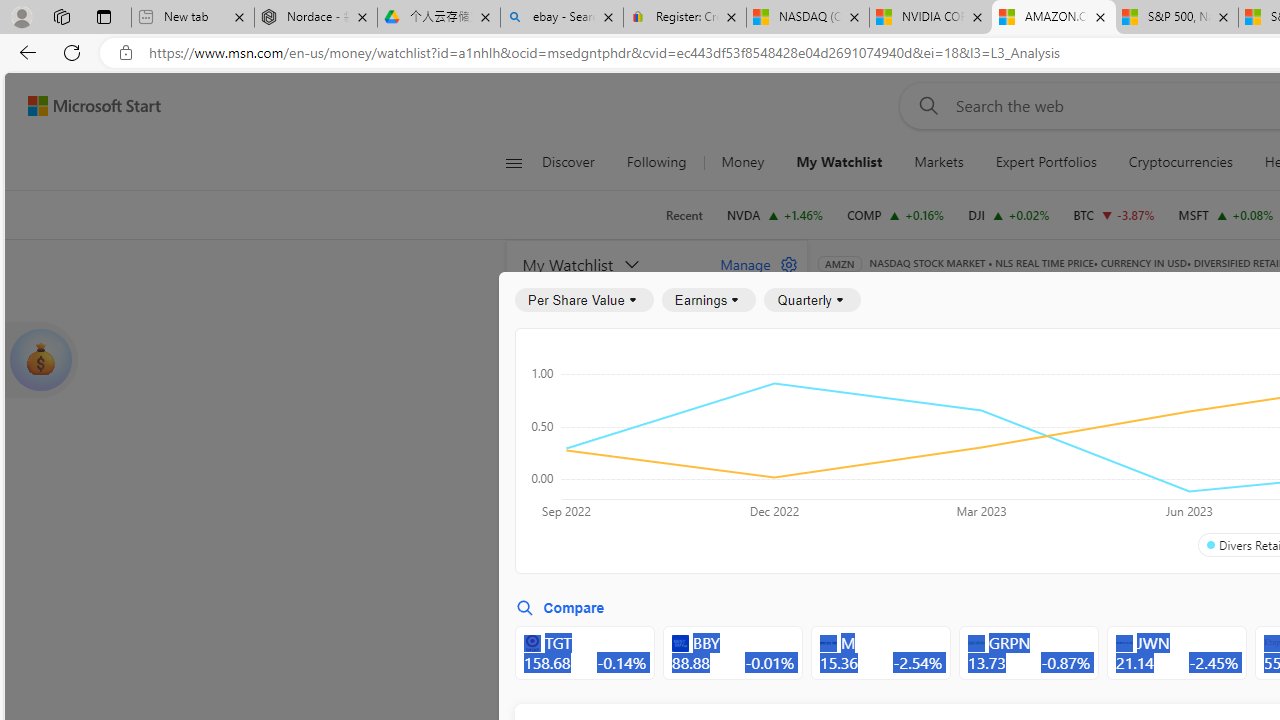  I want to click on 'Manage', so click(750, 263).